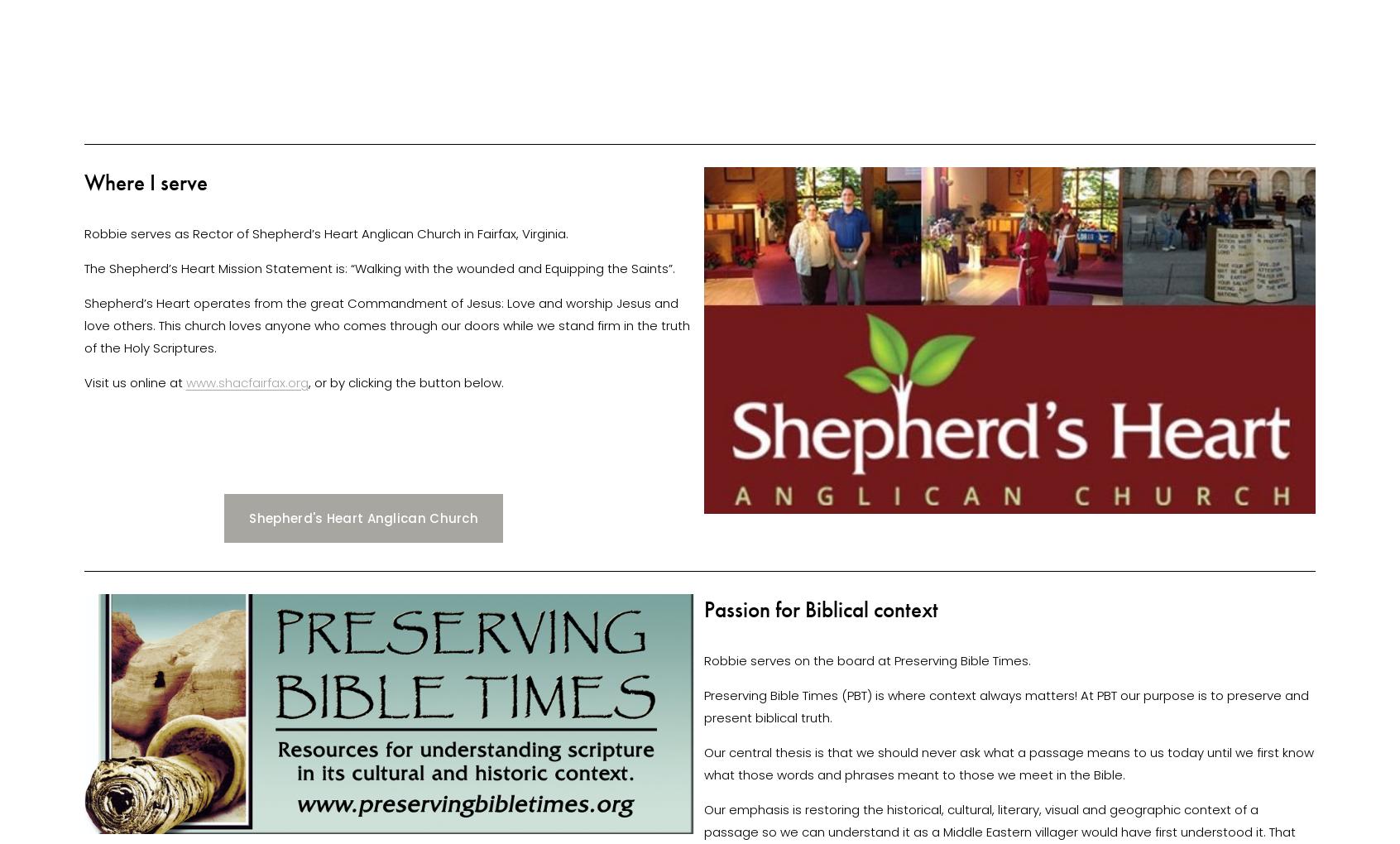 Image resolution: width=1400 pixels, height=844 pixels. I want to click on 'Robbie serves on the board at Preserving Bible Times.', so click(868, 659).